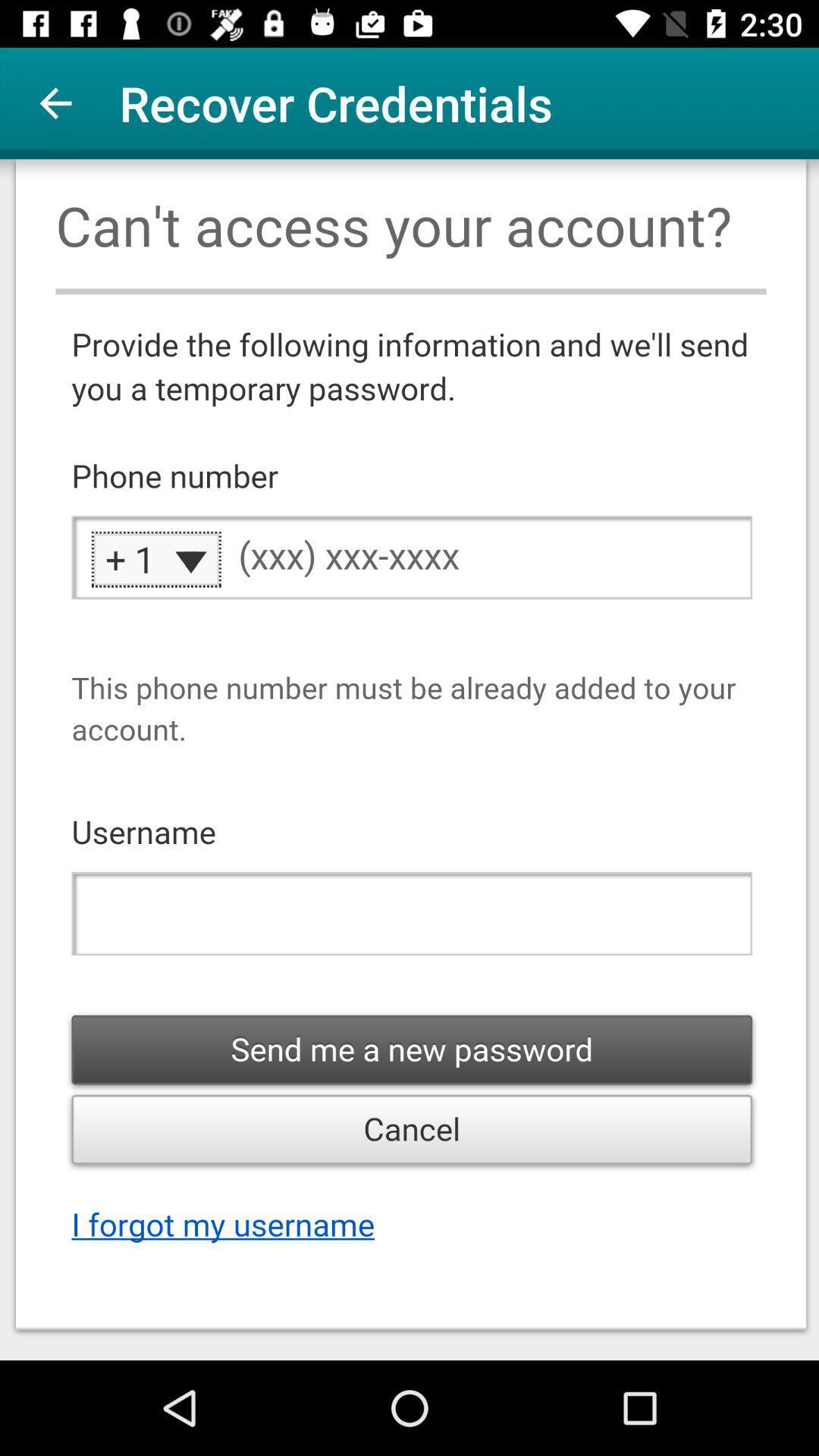 Image resolution: width=819 pixels, height=1456 pixels. I want to click on options to access account, so click(409, 760).